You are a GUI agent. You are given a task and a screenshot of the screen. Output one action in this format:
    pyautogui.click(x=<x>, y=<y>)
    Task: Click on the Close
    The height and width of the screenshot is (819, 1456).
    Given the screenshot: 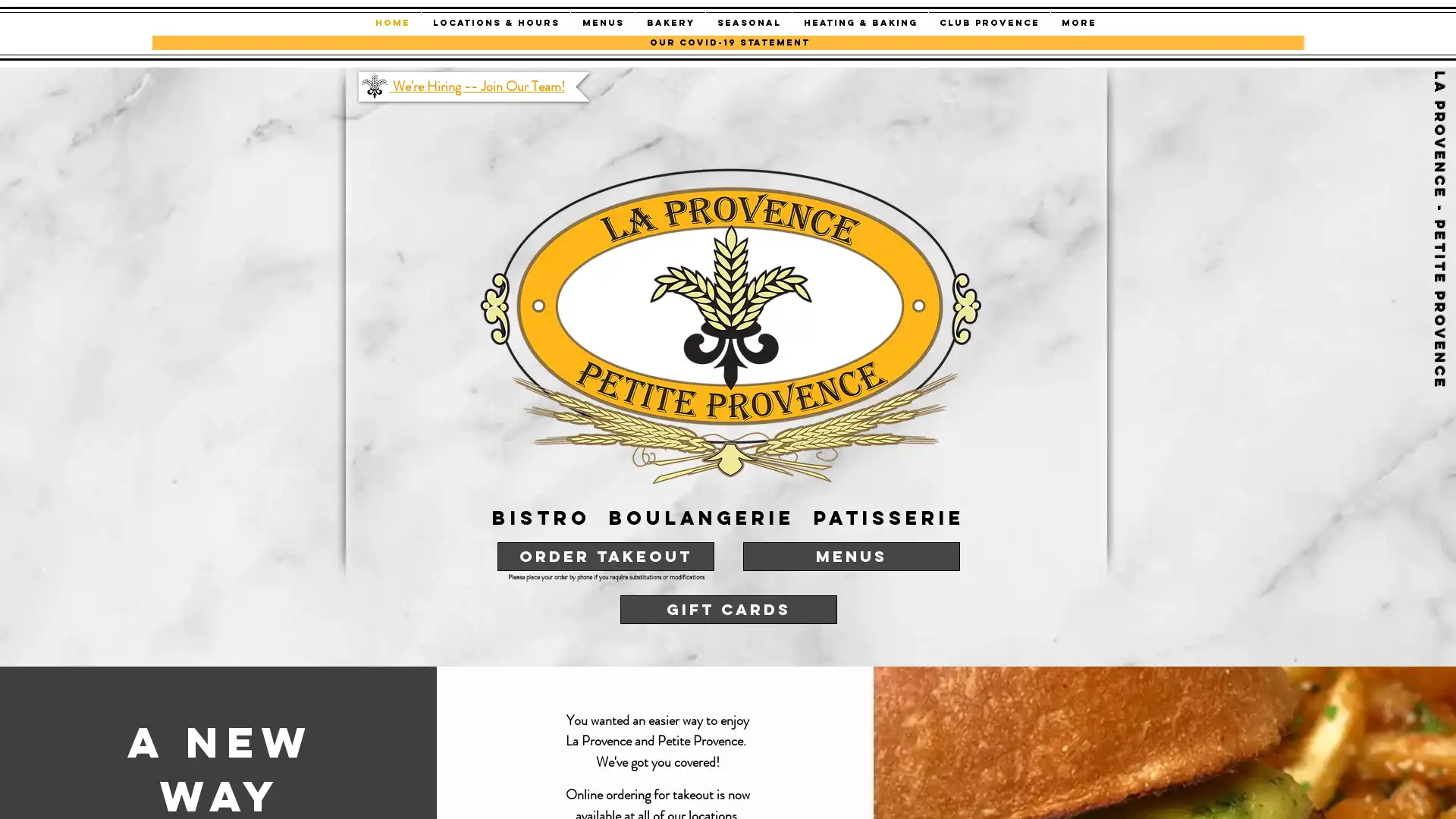 What is the action you would take?
    pyautogui.click(x=1437, y=792)
    